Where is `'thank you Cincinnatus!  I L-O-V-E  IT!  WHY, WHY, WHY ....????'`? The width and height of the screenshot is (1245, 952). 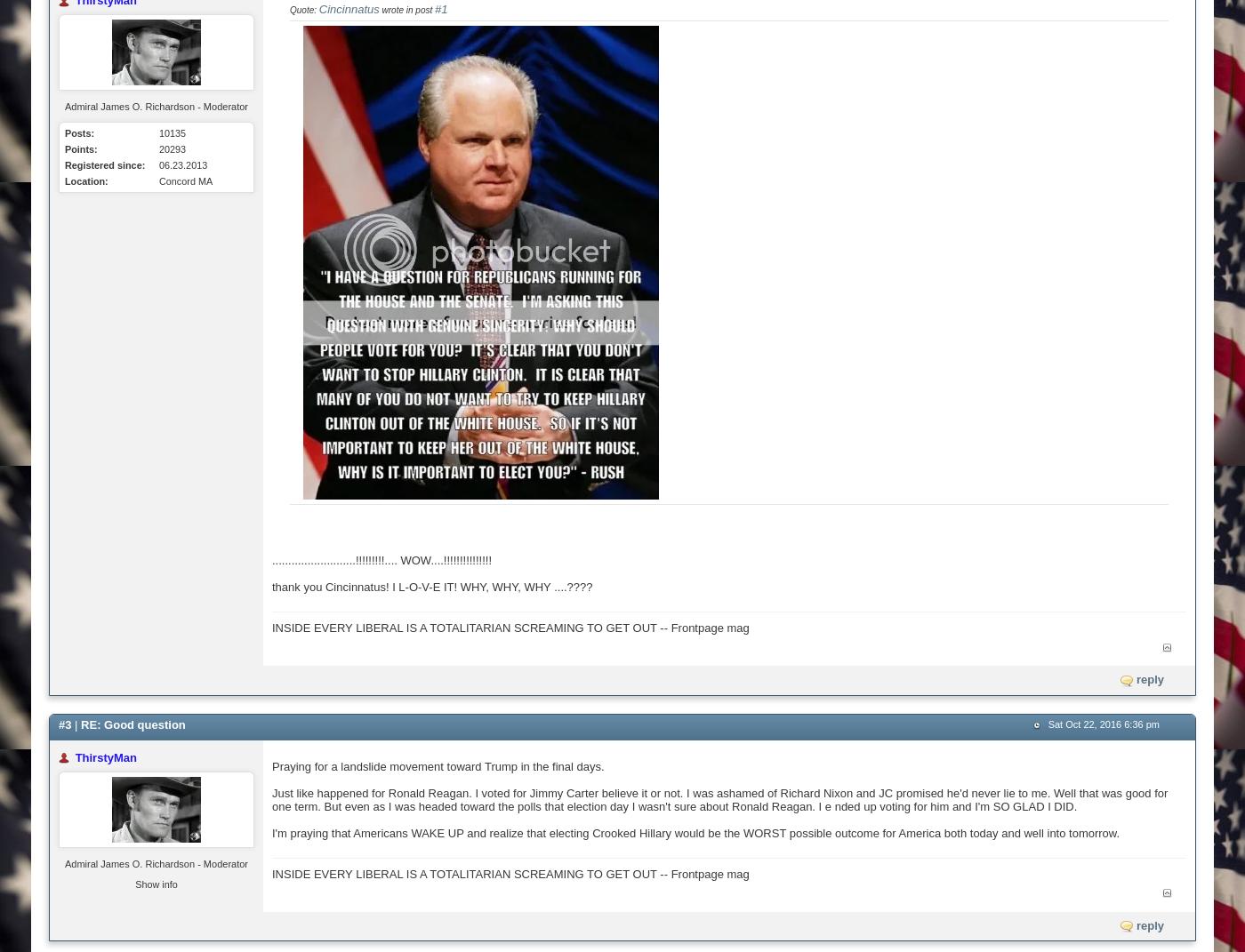
'thank you Cincinnatus!  I L-O-V-E  IT!  WHY, WHY, WHY ....????' is located at coordinates (431, 586).